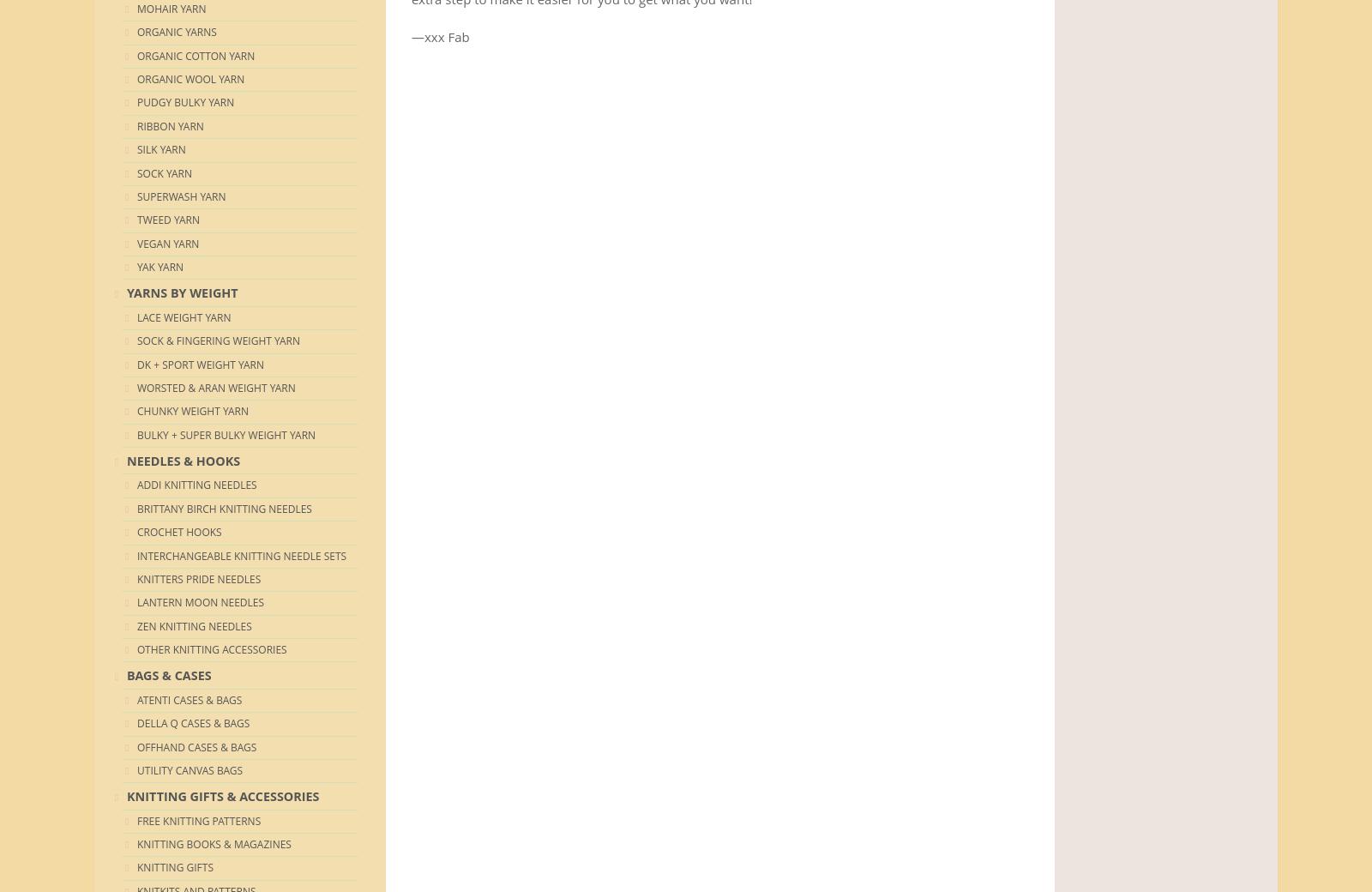 Image resolution: width=1372 pixels, height=892 pixels. I want to click on 'Interchangeable Knitting Needle Sets', so click(136, 554).